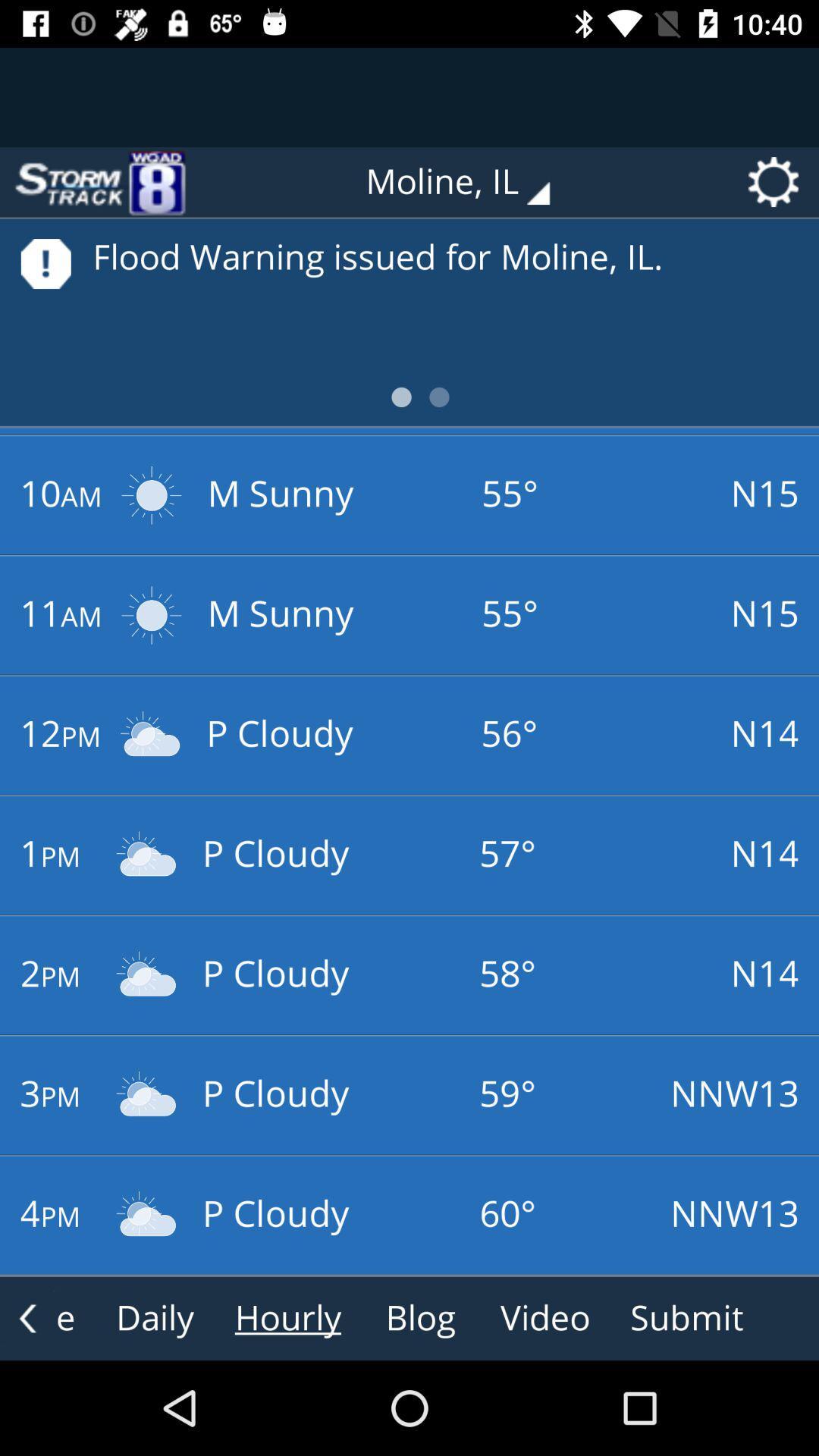  Describe the element at coordinates (27, 1317) in the screenshot. I see `the arrow_backward icon` at that location.